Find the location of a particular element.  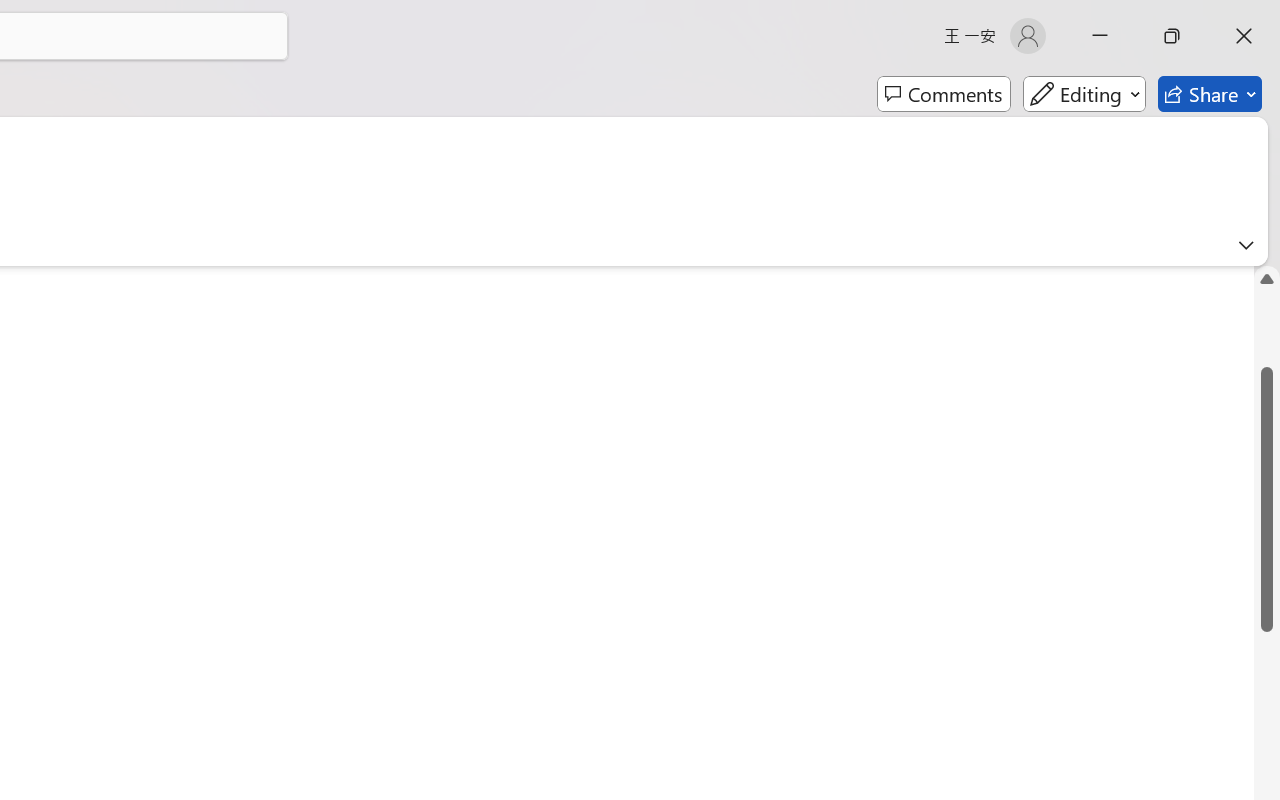

'Close' is located at coordinates (1243, 35).